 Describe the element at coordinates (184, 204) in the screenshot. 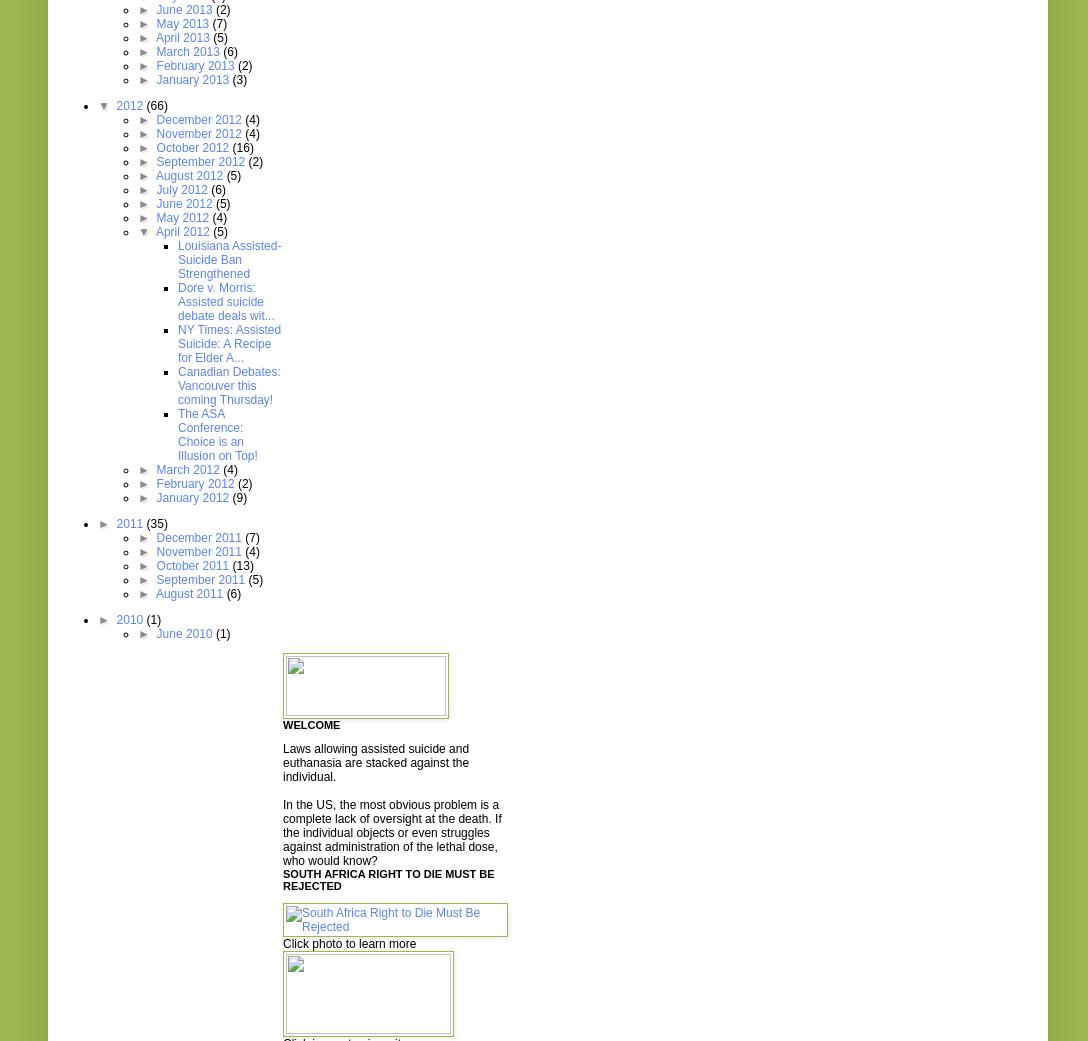

I see `'June 2012'` at that location.